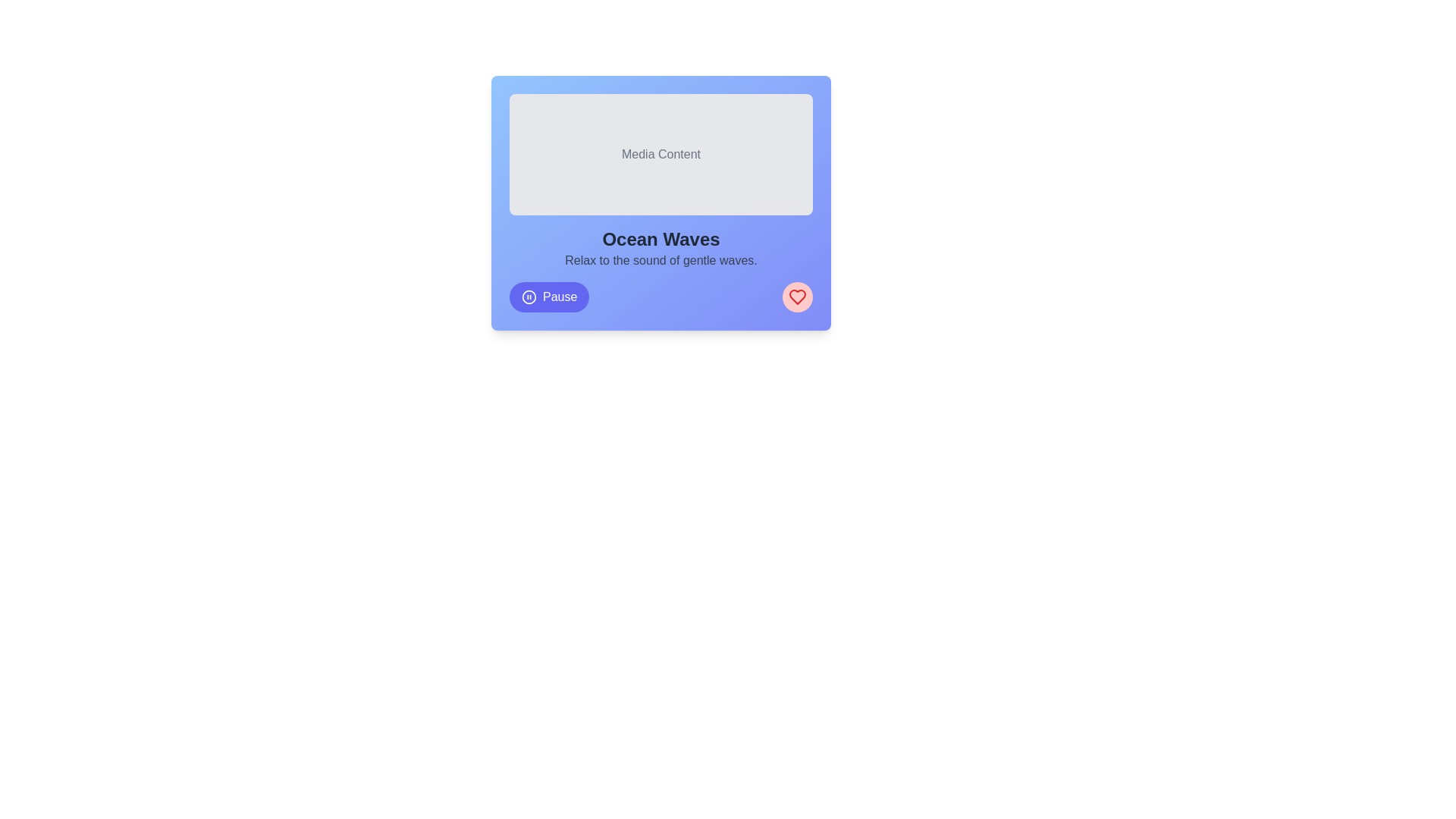  What do you see at coordinates (796, 297) in the screenshot?
I see `the circular button with a soft red background and a heart icon` at bounding box center [796, 297].